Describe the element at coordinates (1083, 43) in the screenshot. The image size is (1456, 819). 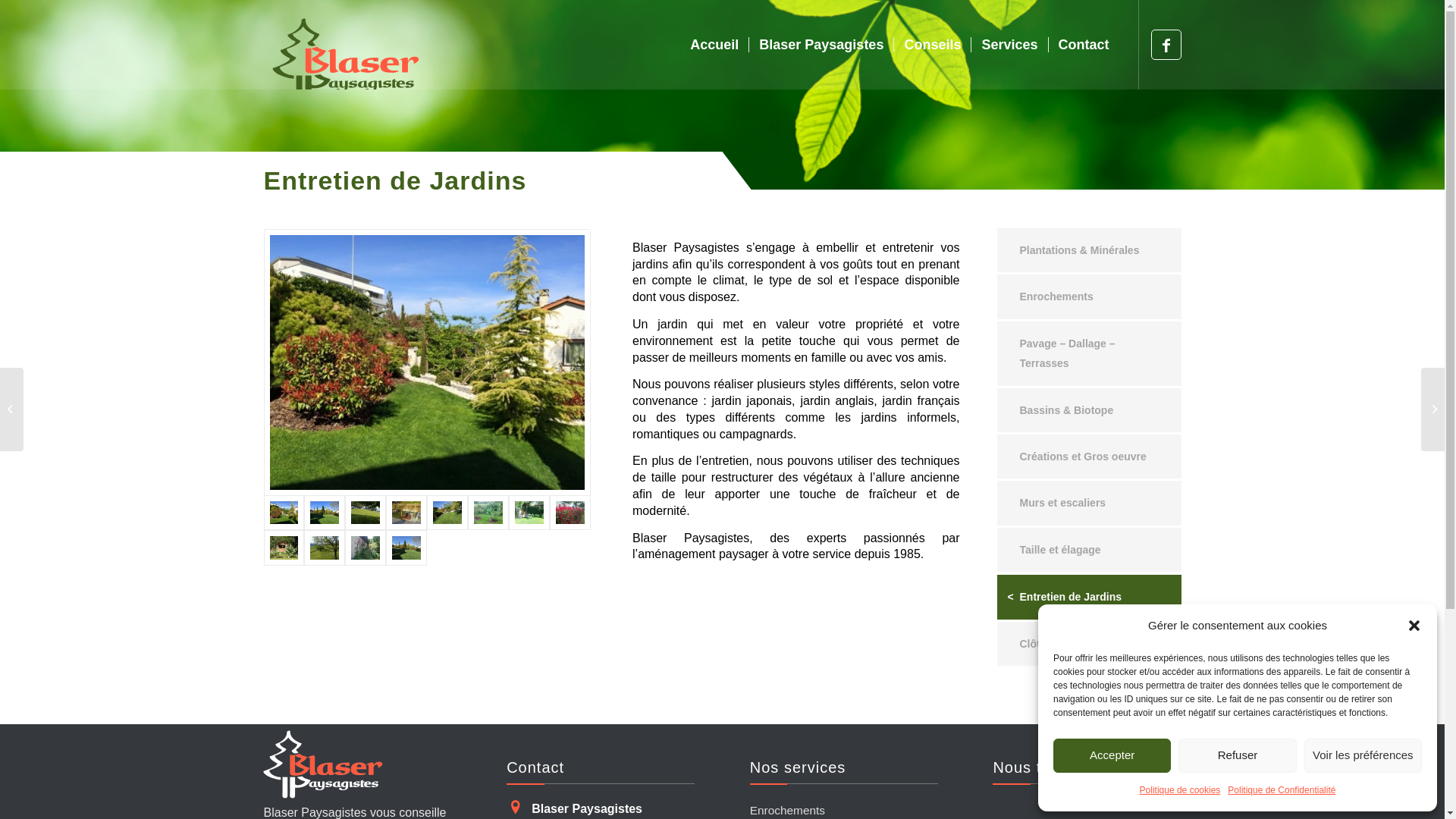
I see `'Contact'` at that location.